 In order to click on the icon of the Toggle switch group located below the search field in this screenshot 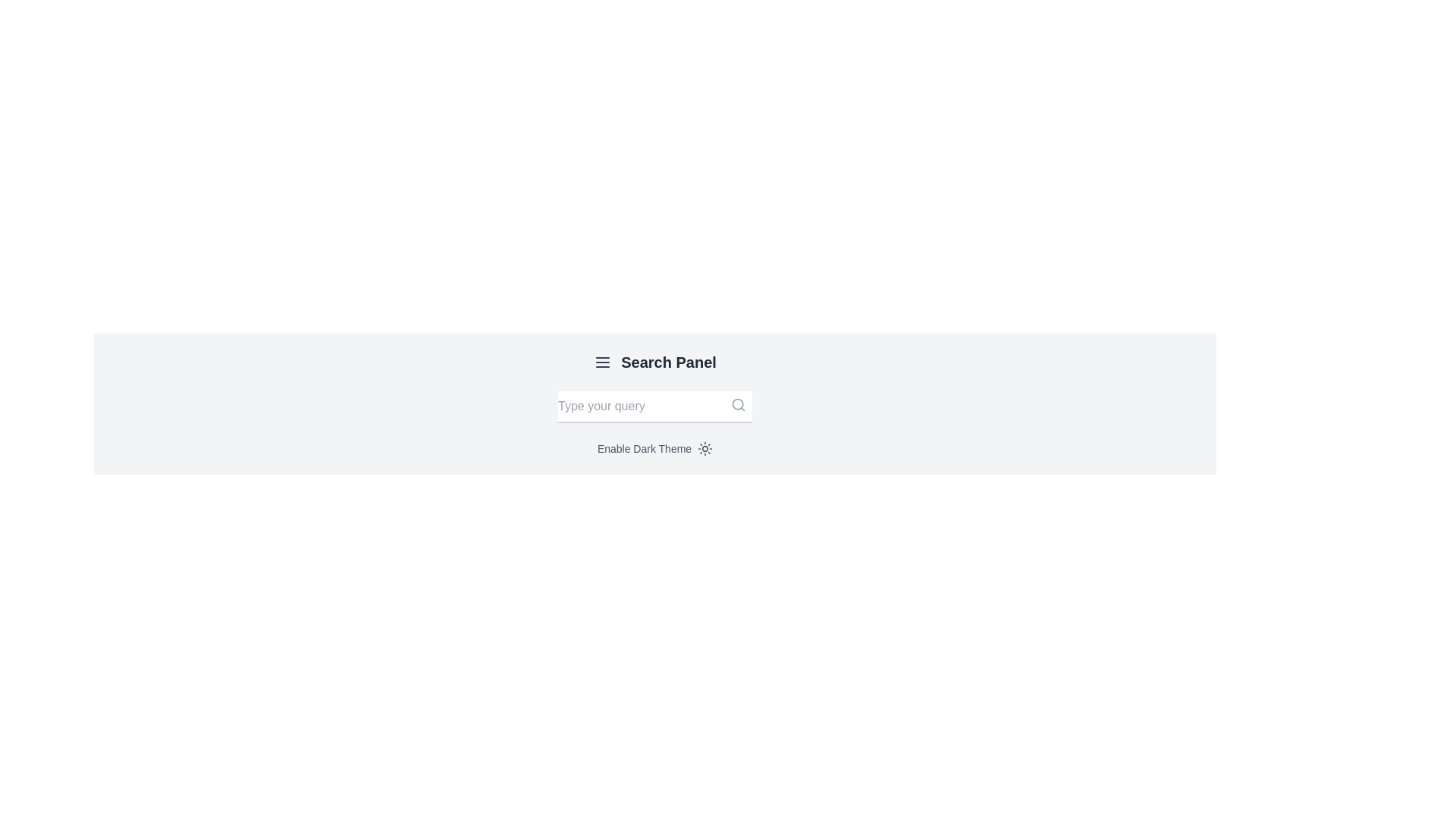, I will do `click(655, 447)`.